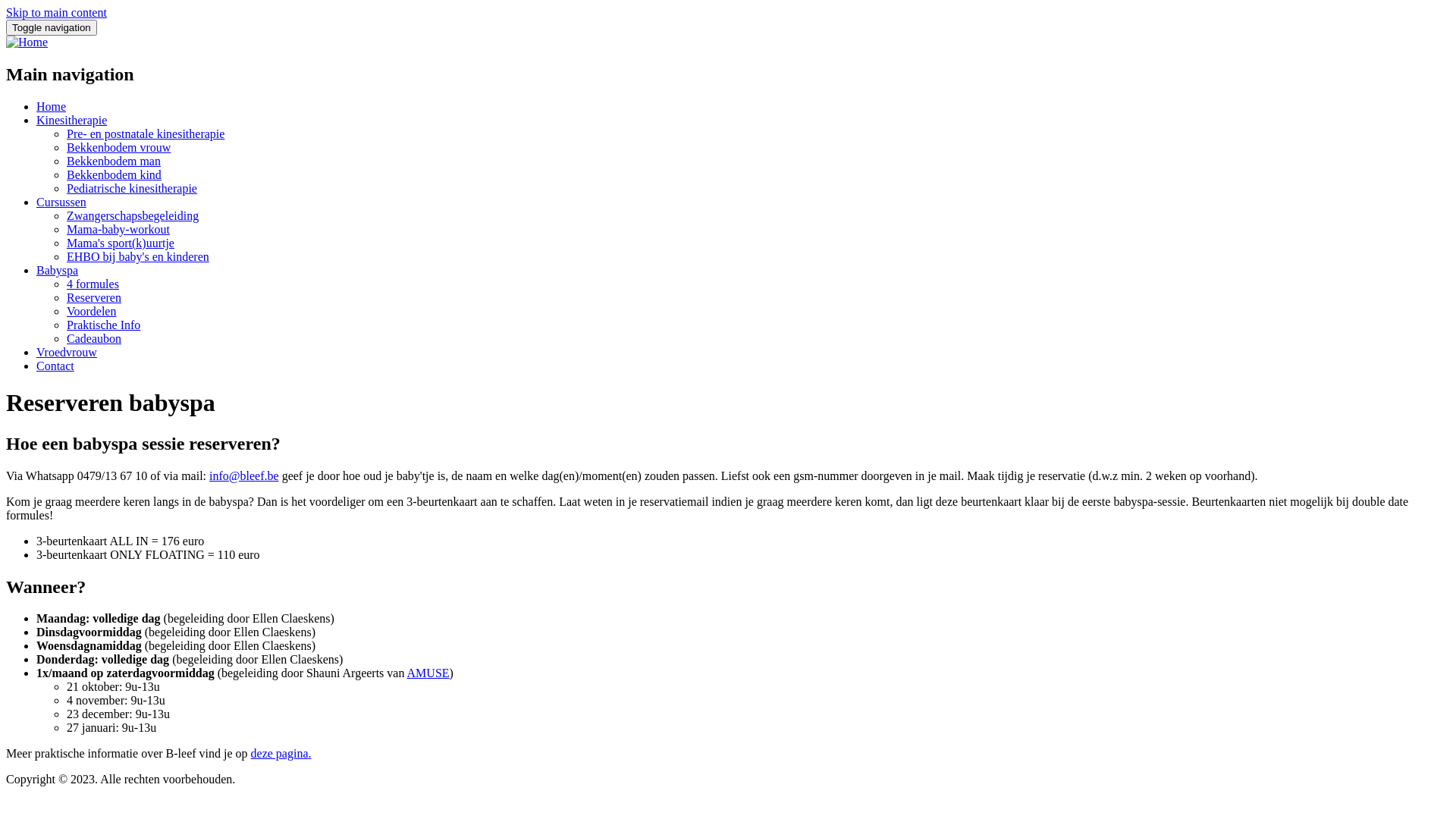  What do you see at coordinates (57, 269) in the screenshot?
I see `'Babyspa'` at bounding box center [57, 269].